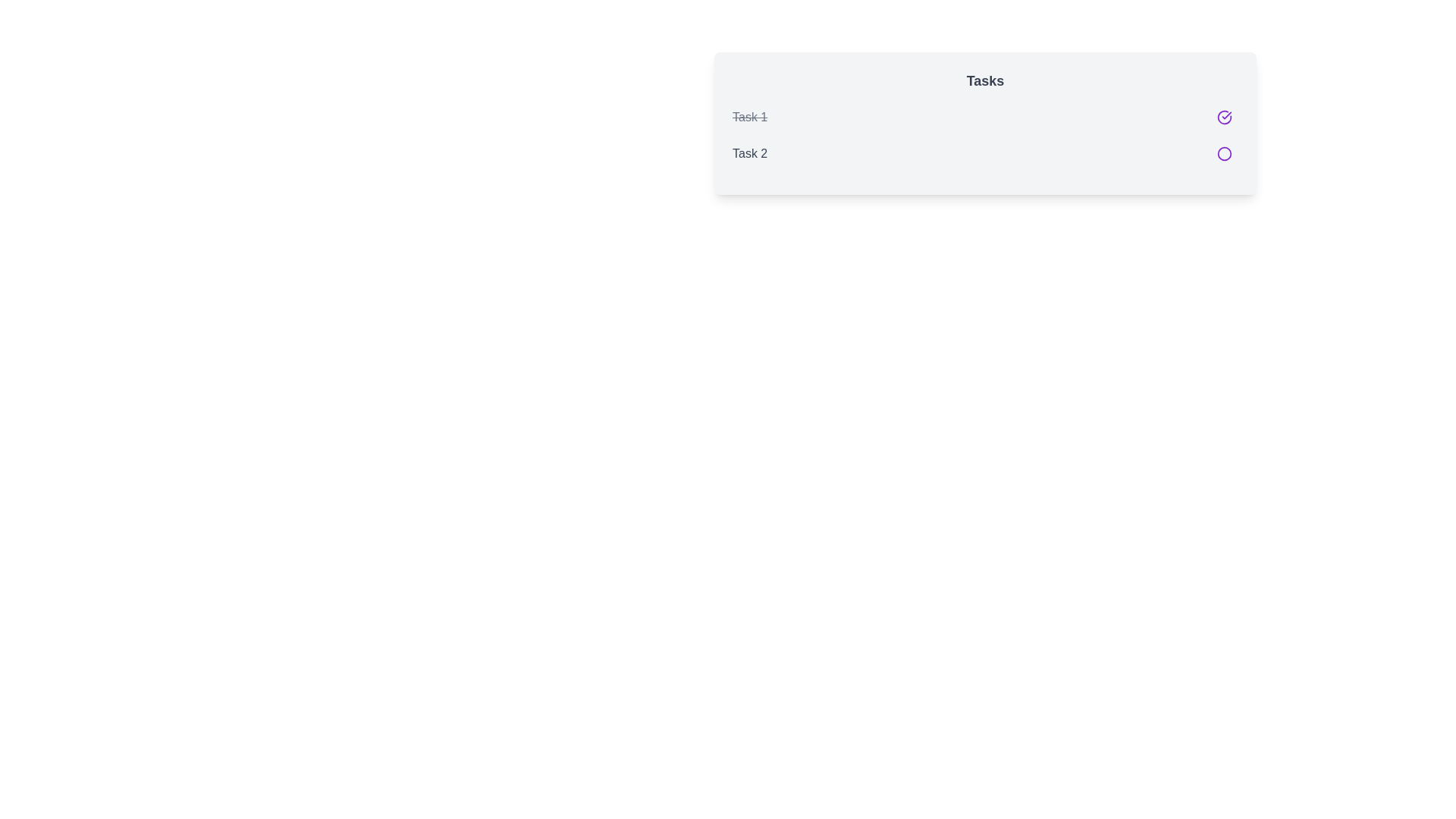 This screenshot has width=1456, height=819. What do you see at coordinates (1224, 116) in the screenshot?
I see `the circular checkmark icon located to the right of the 'Task 2' text` at bounding box center [1224, 116].